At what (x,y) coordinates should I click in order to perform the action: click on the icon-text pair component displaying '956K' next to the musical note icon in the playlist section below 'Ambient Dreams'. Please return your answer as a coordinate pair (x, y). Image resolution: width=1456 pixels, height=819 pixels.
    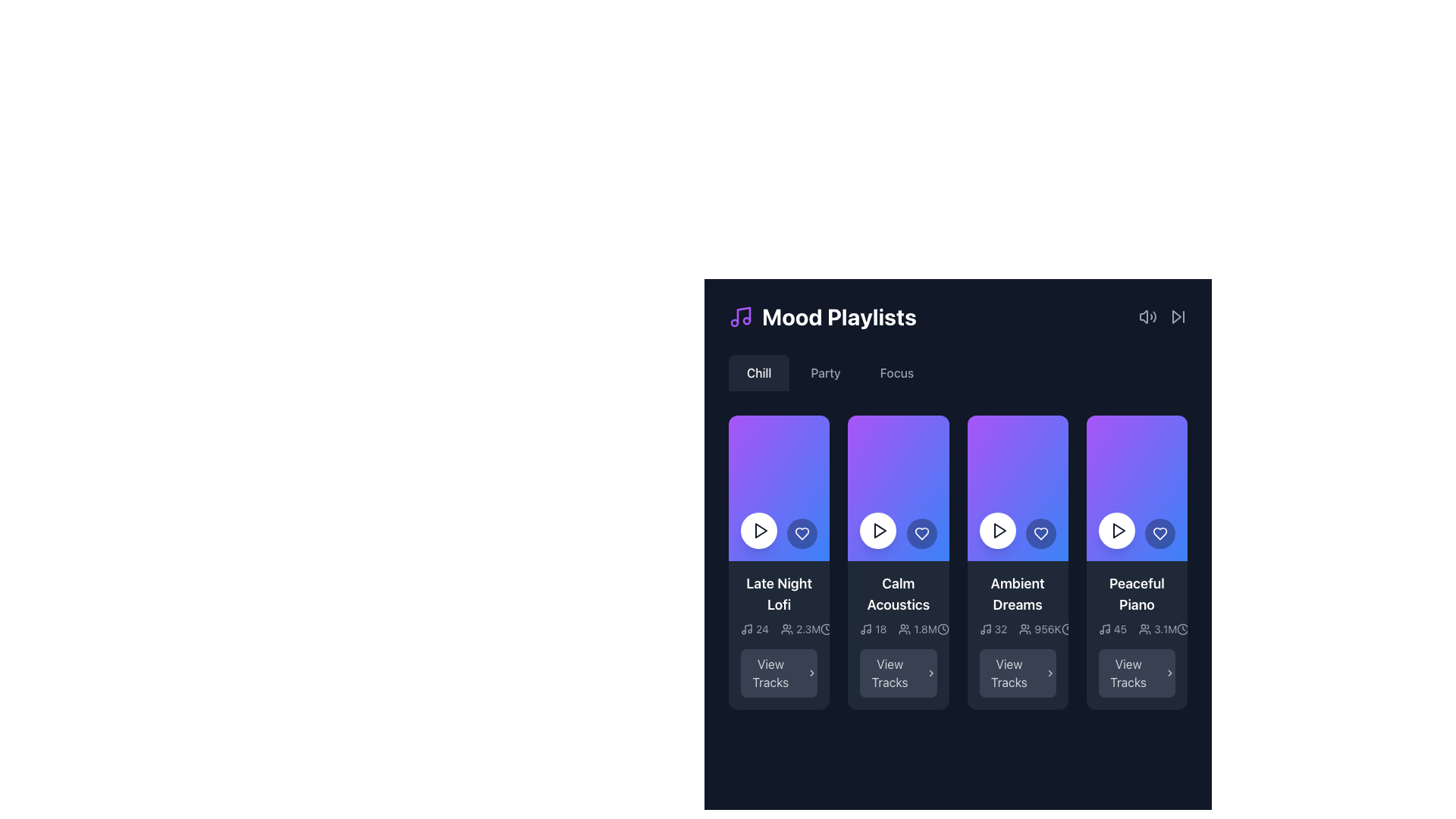
    Looking at the image, I should click on (1018, 629).